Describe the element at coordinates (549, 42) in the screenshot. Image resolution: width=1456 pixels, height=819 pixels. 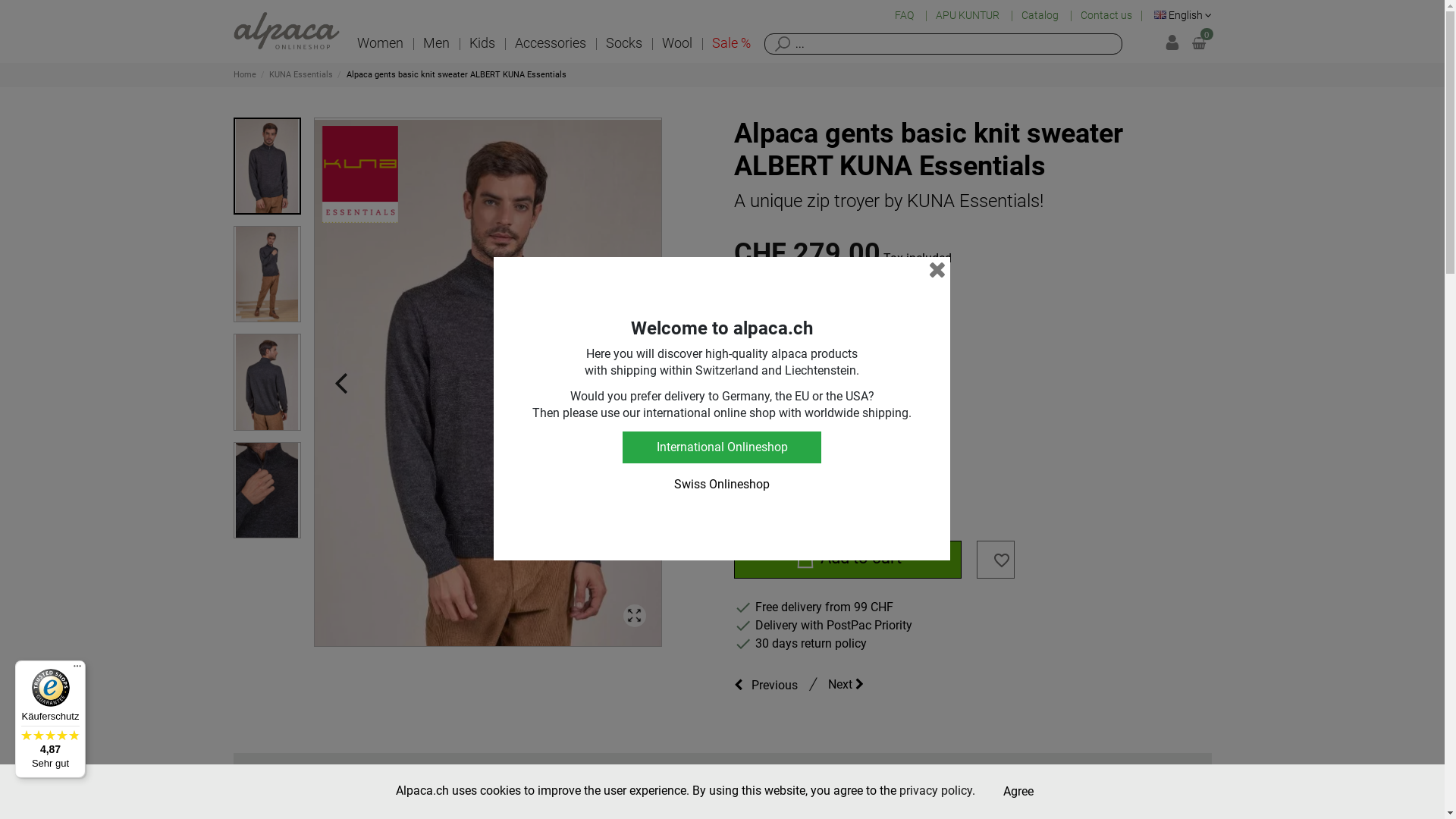
I see `'Accessories'` at that location.